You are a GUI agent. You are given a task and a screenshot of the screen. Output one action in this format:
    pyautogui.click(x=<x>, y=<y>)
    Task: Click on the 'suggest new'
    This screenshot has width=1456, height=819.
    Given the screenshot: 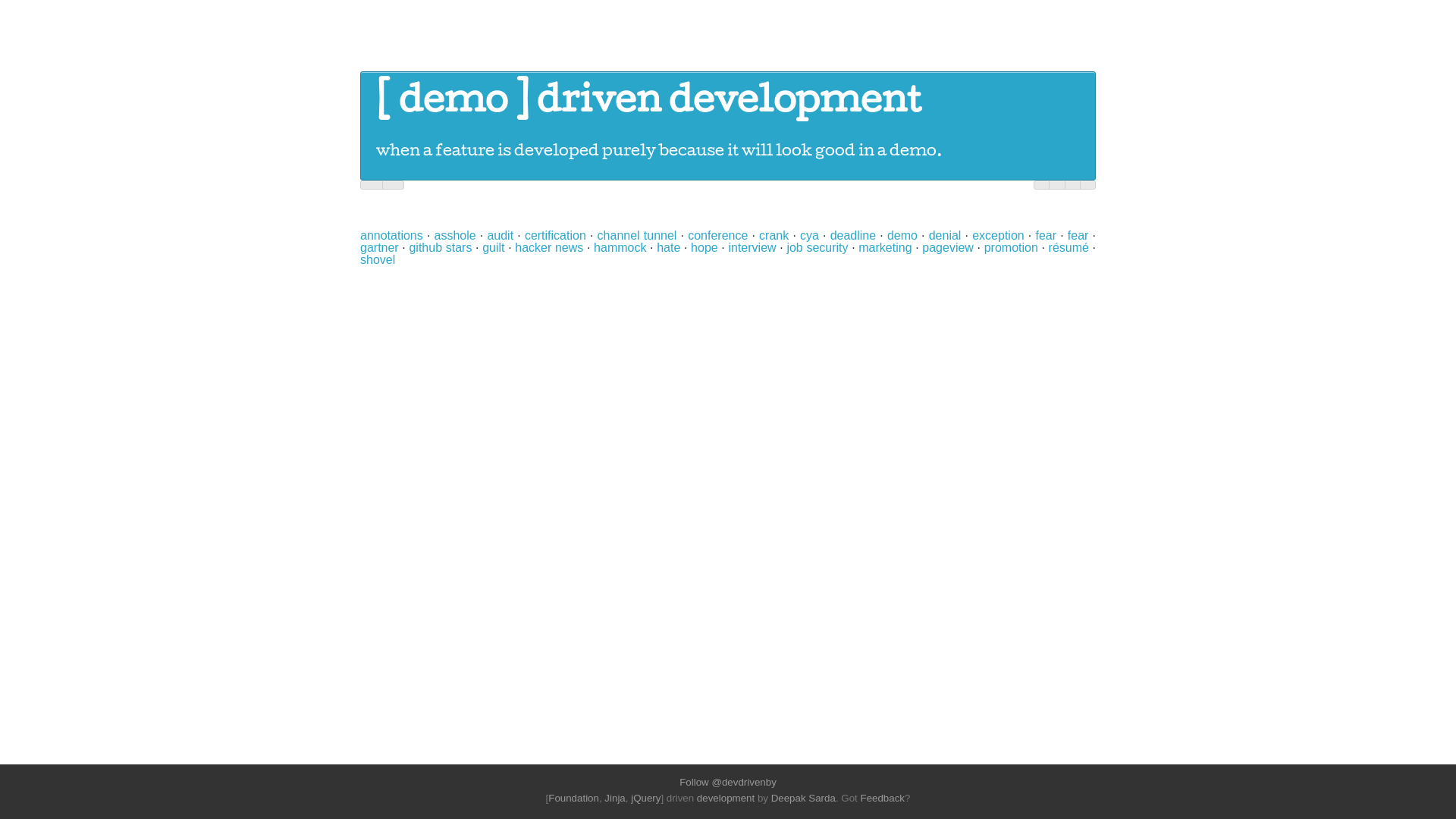 What is the action you would take?
    pyautogui.click(x=1087, y=184)
    